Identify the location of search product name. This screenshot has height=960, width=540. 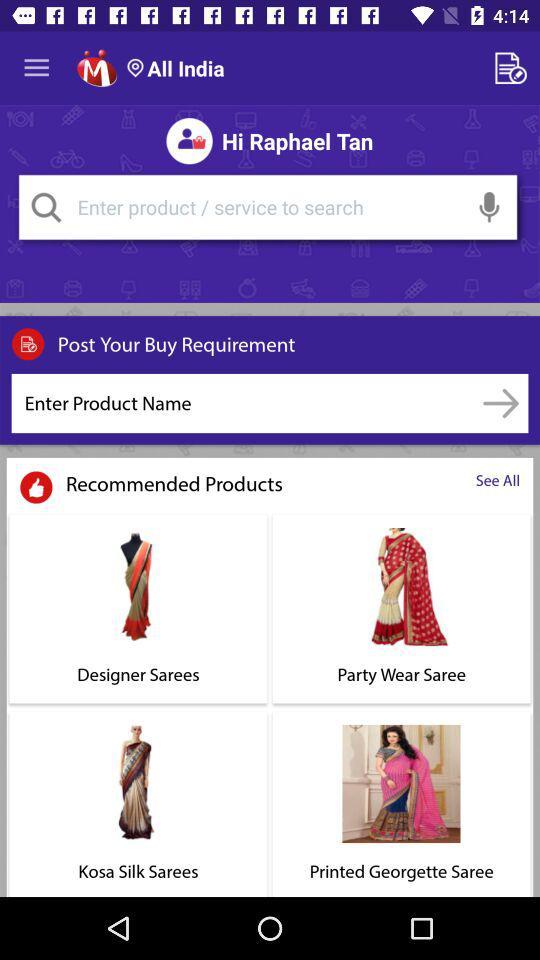
(500, 402).